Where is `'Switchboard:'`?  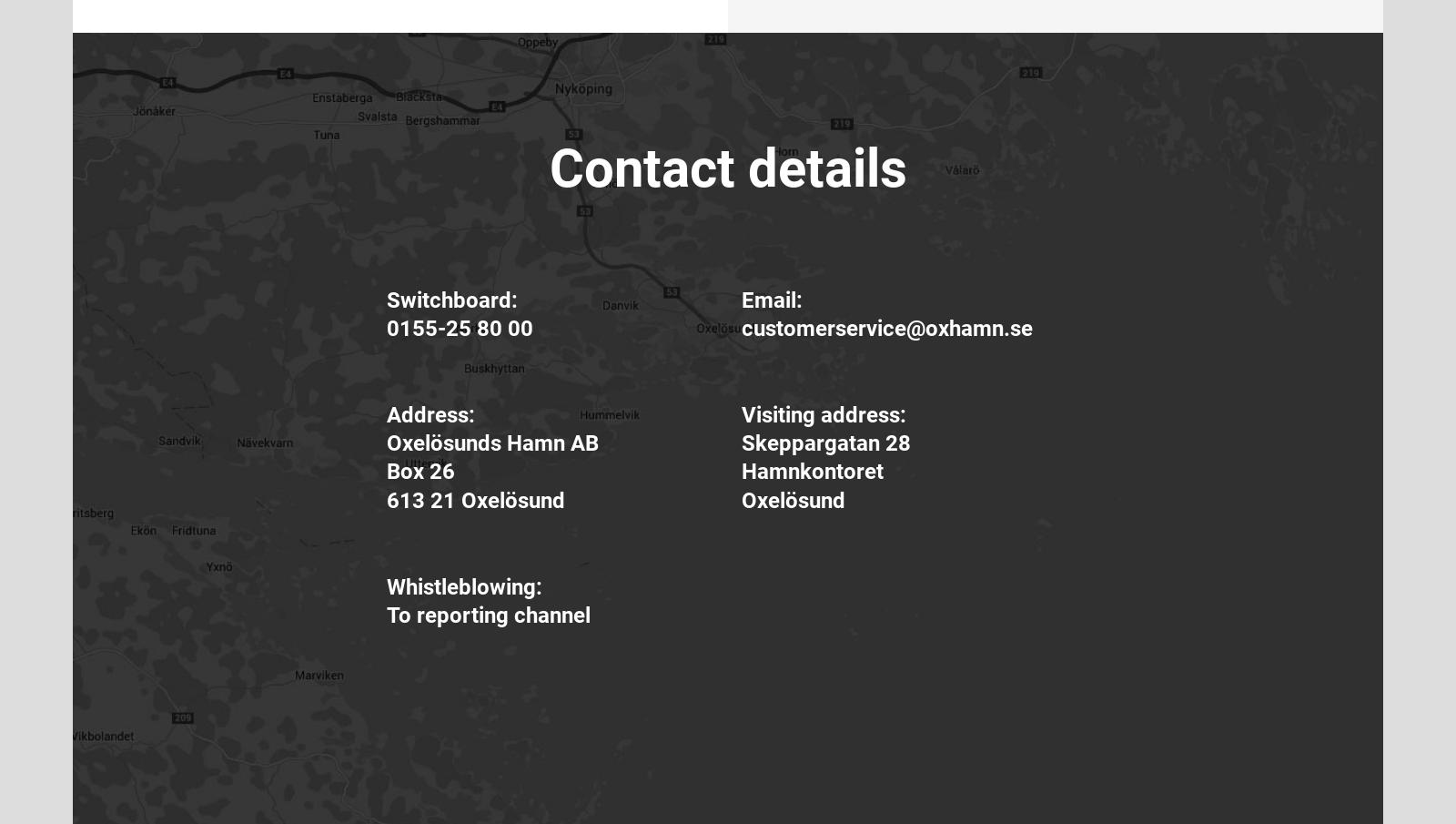 'Switchboard:' is located at coordinates (450, 298).